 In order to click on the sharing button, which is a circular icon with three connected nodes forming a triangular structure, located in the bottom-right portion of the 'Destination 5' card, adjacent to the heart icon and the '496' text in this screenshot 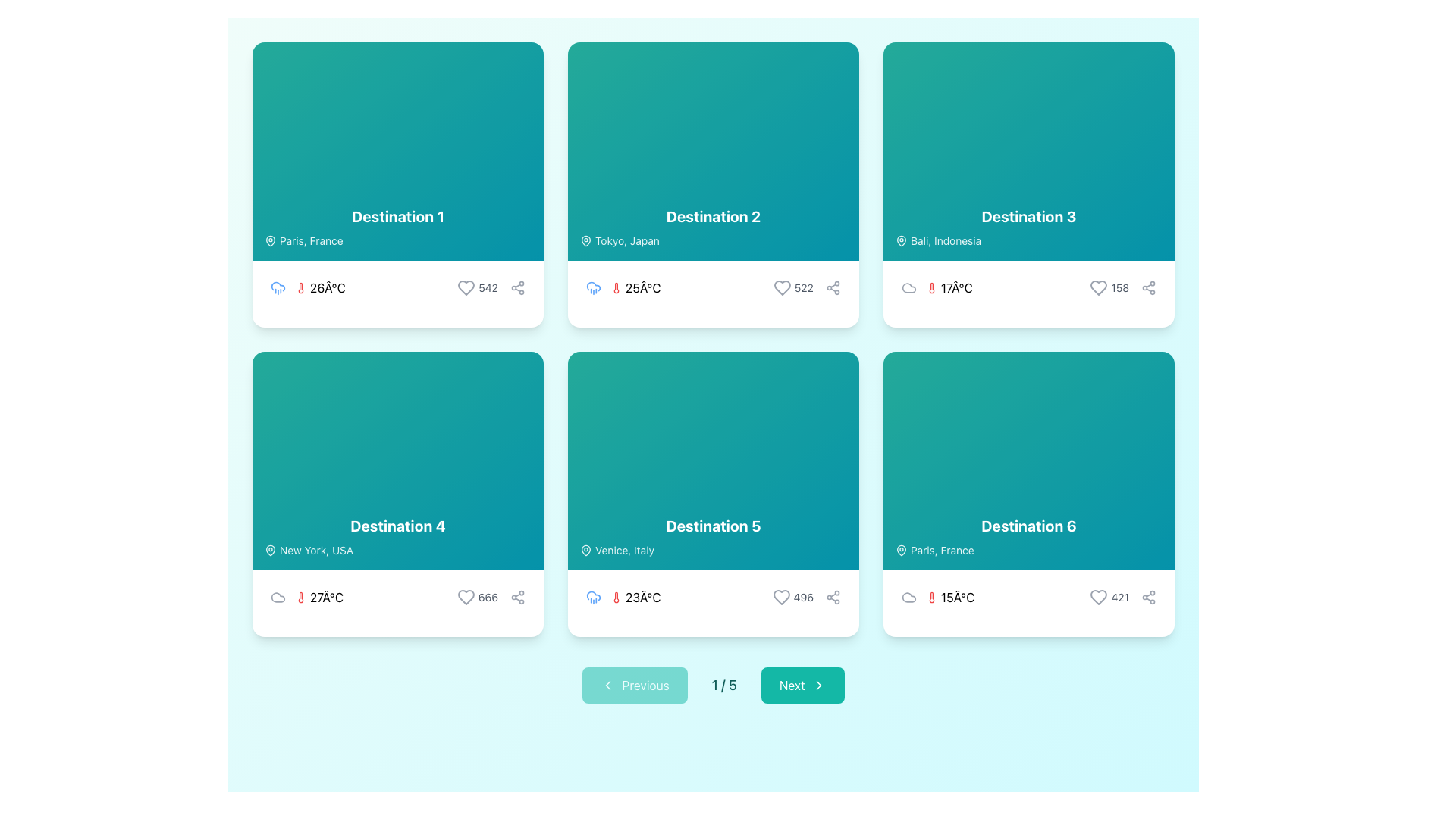, I will do `click(833, 596)`.